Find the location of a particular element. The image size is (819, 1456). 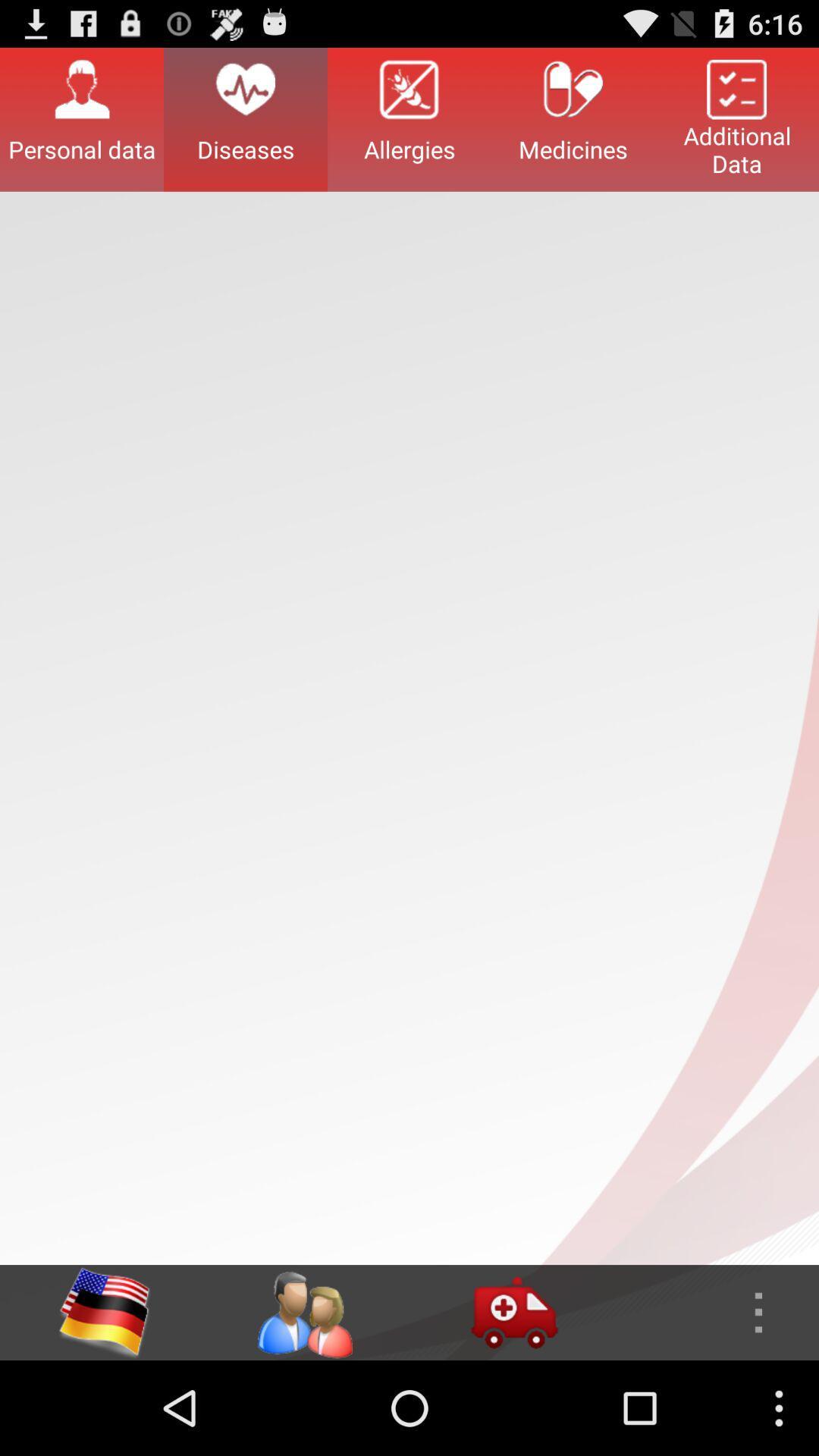

open emergency contact is located at coordinates (513, 1312).